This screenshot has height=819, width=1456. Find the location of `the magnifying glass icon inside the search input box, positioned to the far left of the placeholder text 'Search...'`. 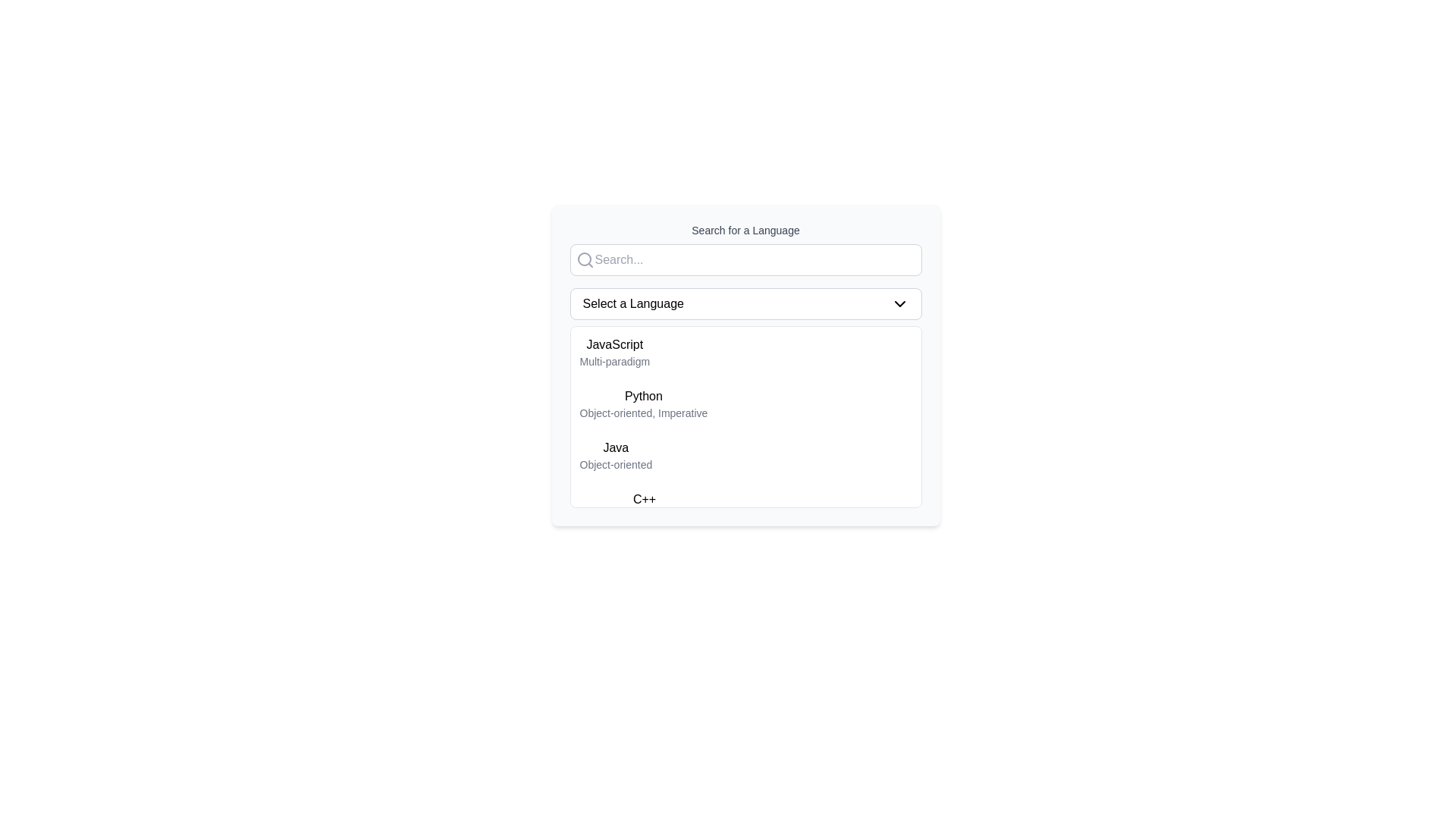

the magnifying glass icon inside the search input box, positioned to the far left of the placeholder text 'Search...' is located at coordinates (584, 259).